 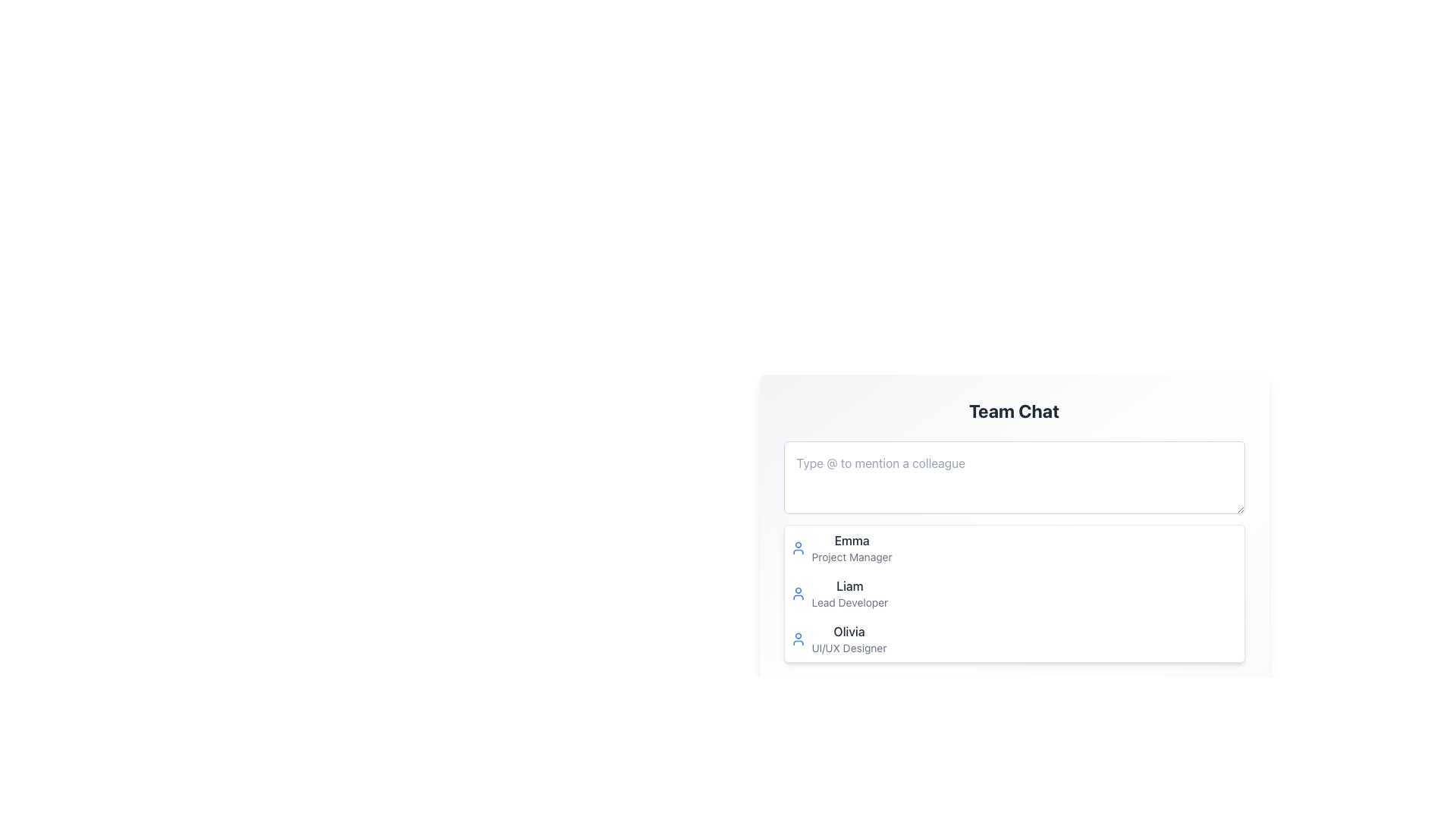 What do you see at coordinates (848, 648) in the screenshot?
I see `the text snippet reading 'UI/UX Designer' located beneath the name 'Olivia' in the 'Team Chat' interface` at bounding box center [848, 648].